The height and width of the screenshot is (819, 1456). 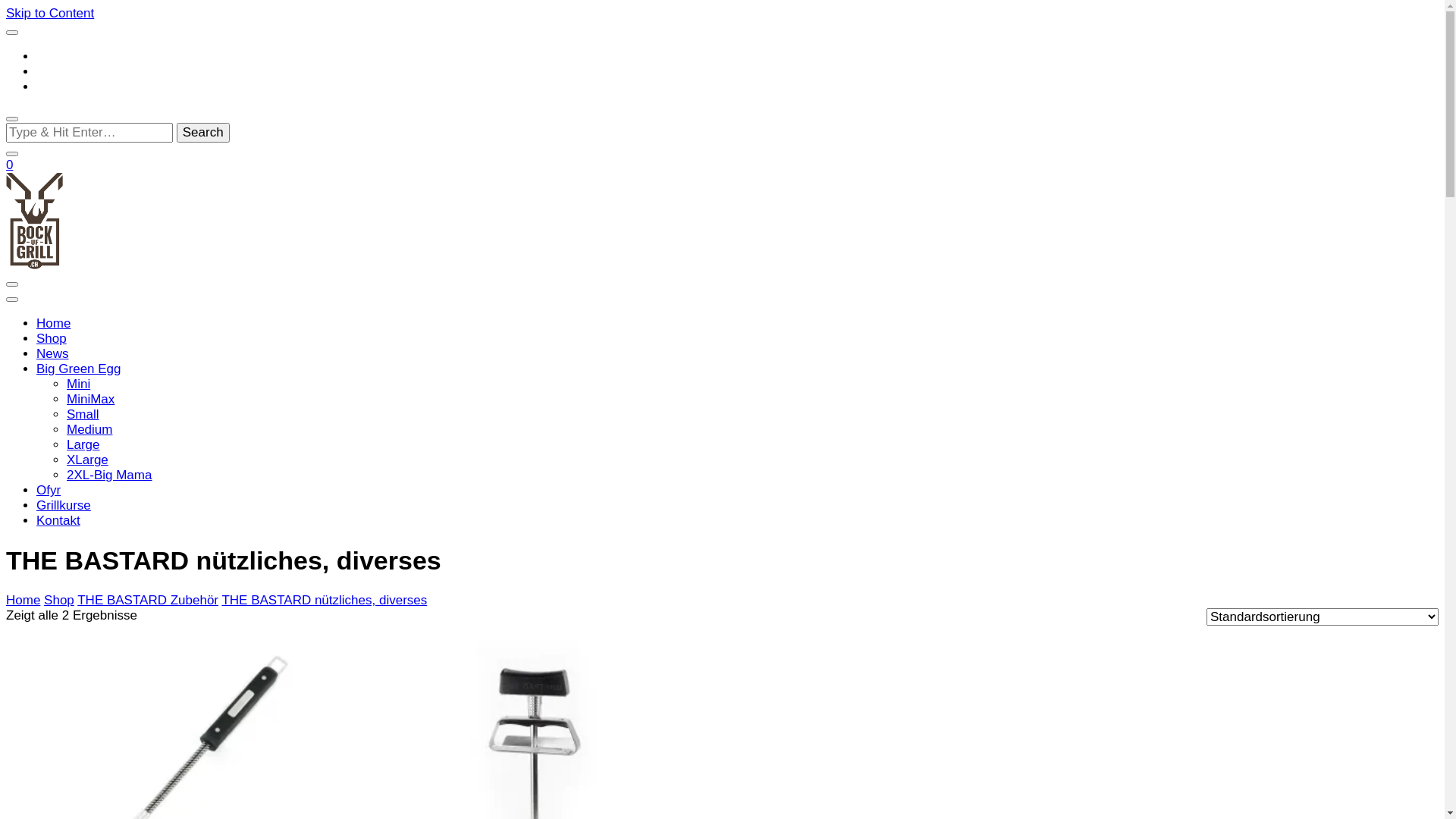 What do you see at coordinates (36, 490) in the screenshot?
I see `'Ofyr'` at bounding box center [36, 490].